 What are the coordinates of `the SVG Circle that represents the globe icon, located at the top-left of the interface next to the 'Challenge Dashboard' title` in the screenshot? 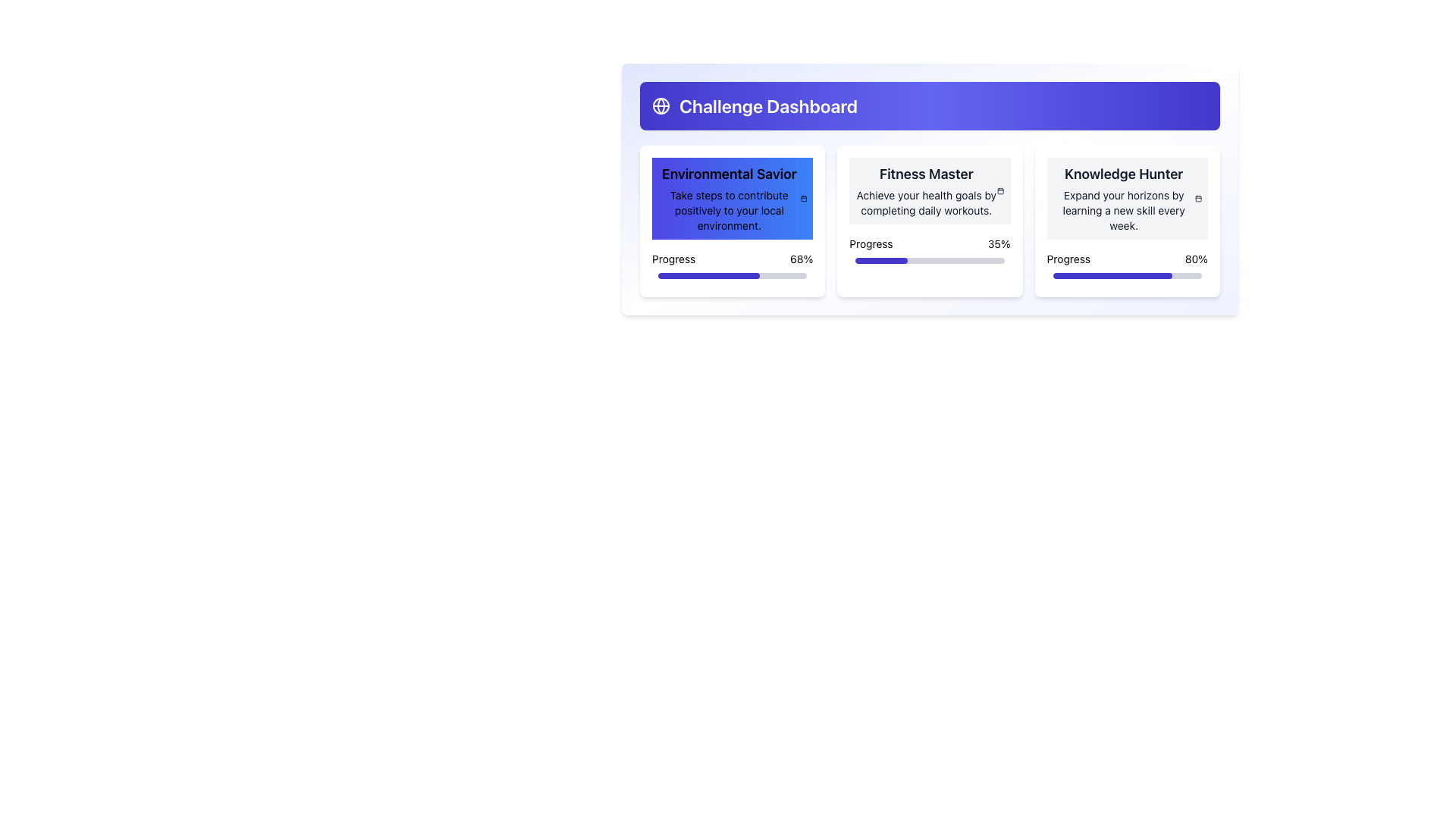 It's located at (661, 105).